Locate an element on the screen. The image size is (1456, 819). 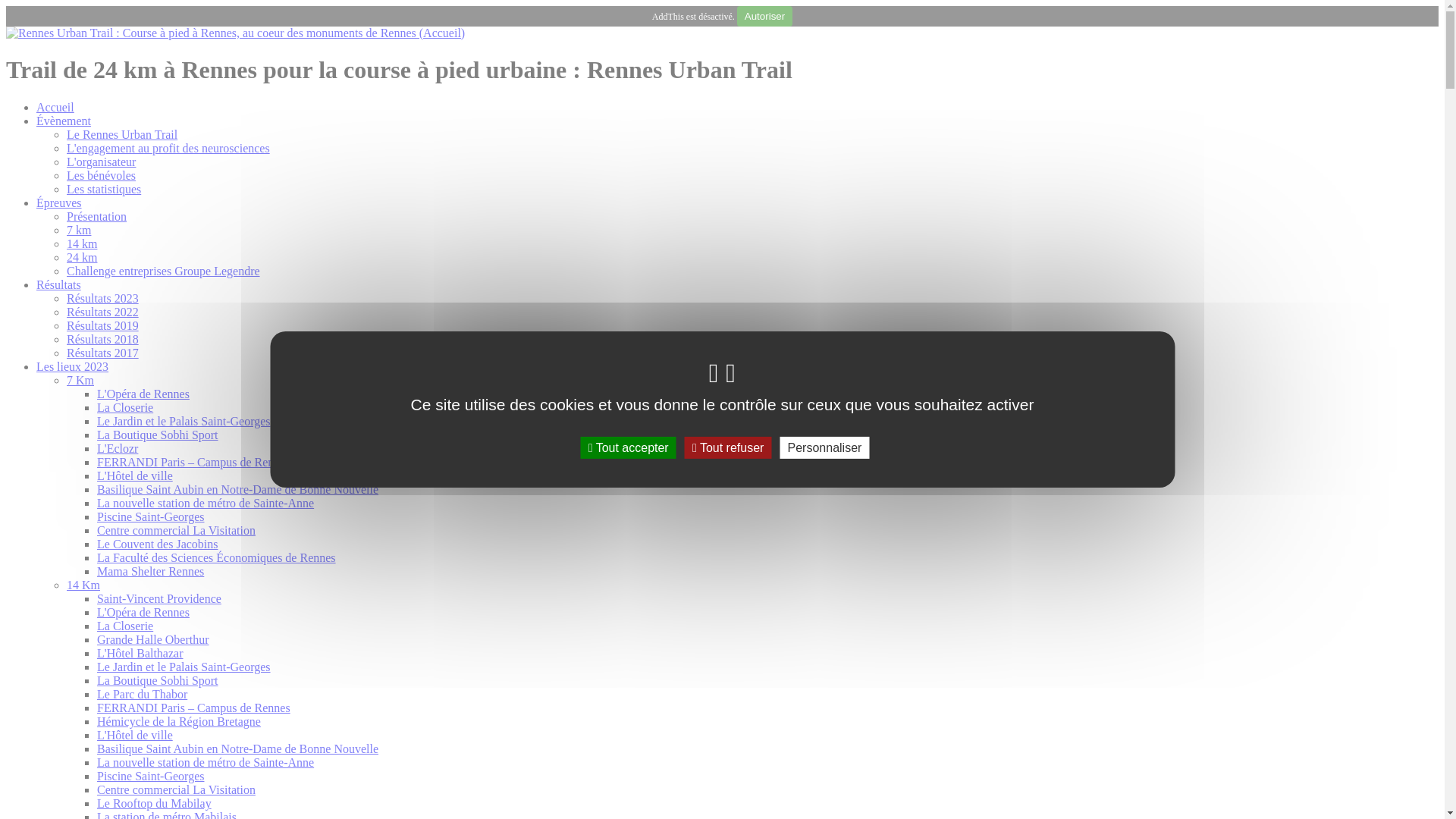
'La Closerie' is located at coordinates (124, 626).